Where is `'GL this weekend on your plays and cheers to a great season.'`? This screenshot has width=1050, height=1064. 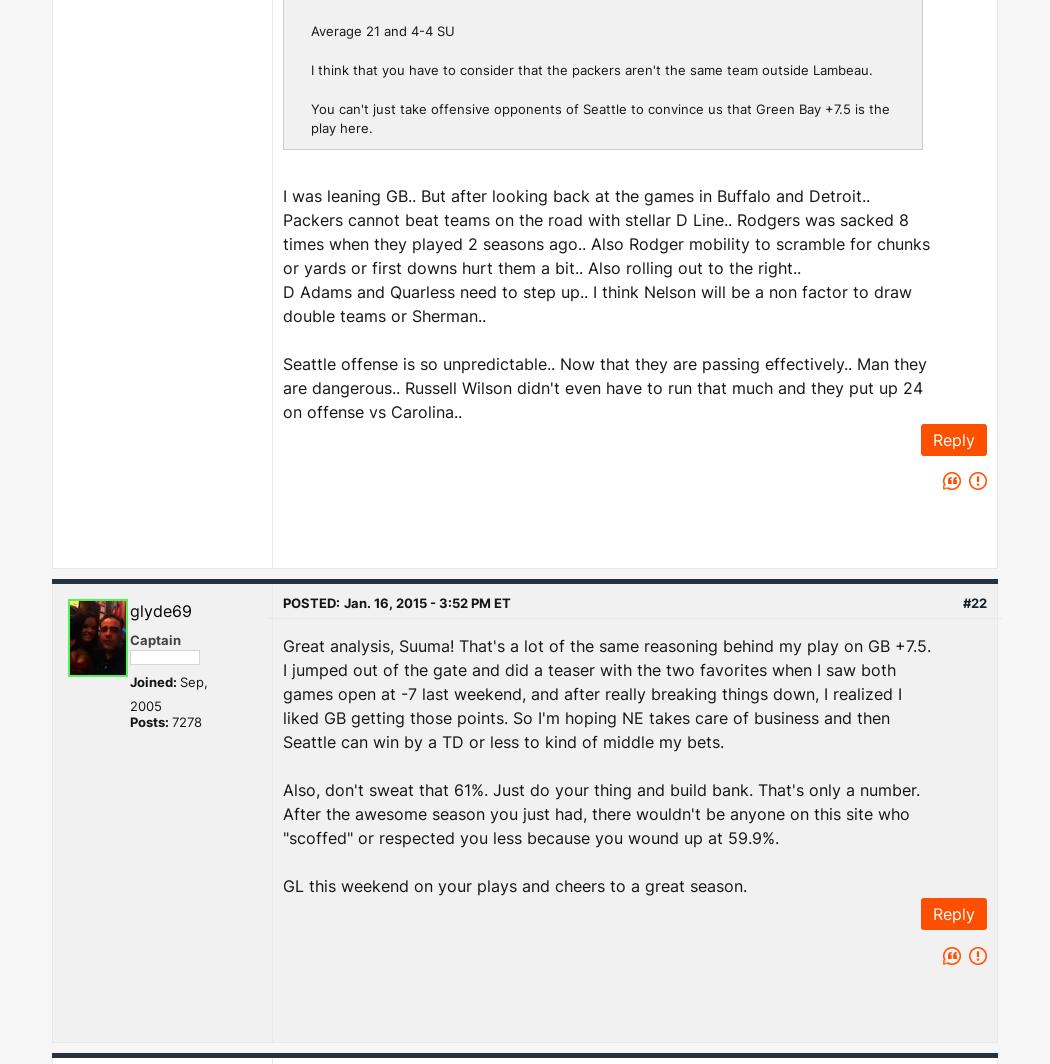 'GL this weekend on your plays and cheers to a great season.' is located at coordinates (281, 885).